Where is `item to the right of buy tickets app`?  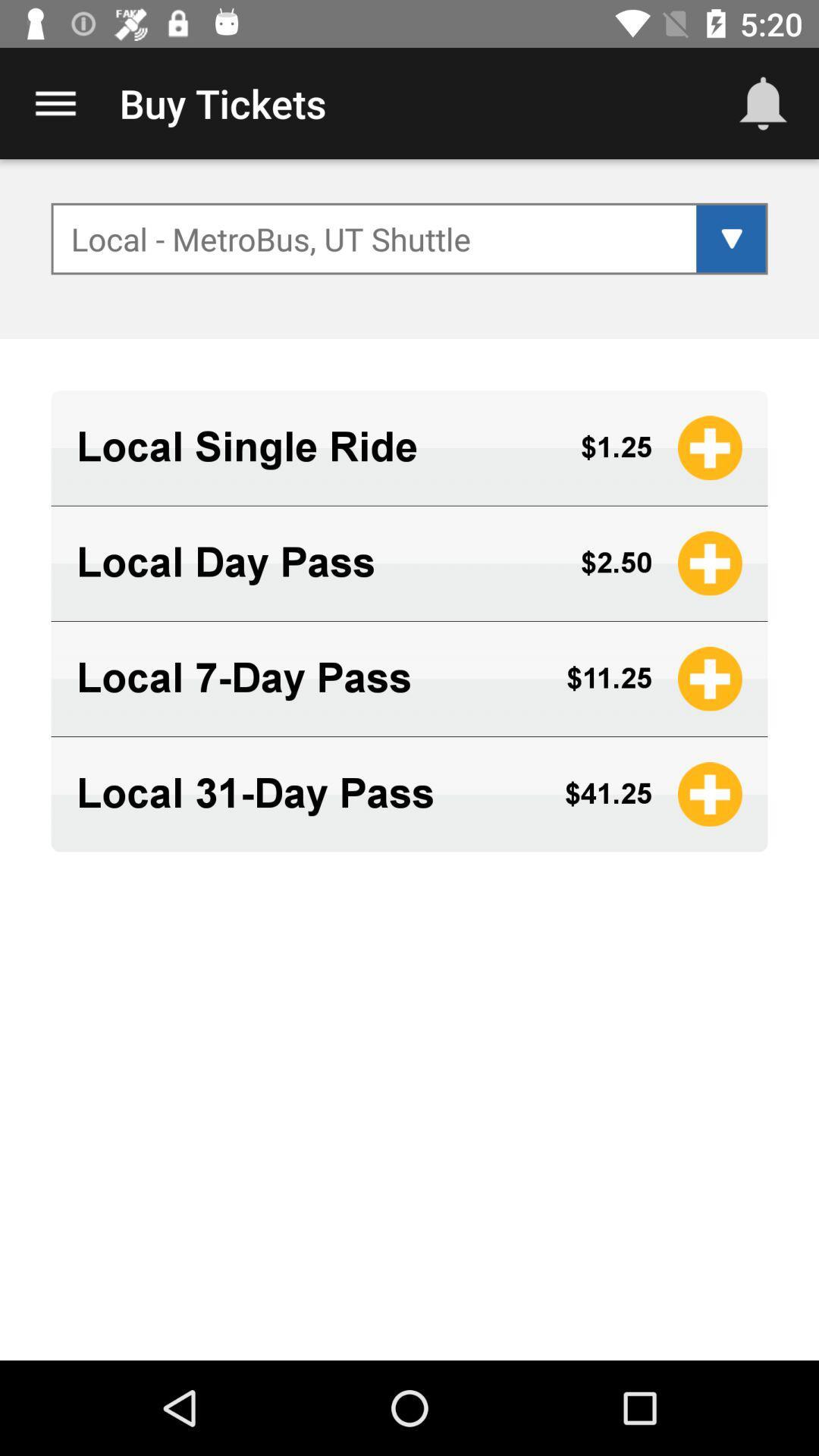
item to the right of buy tickets app is located at coordinates (763, 102).